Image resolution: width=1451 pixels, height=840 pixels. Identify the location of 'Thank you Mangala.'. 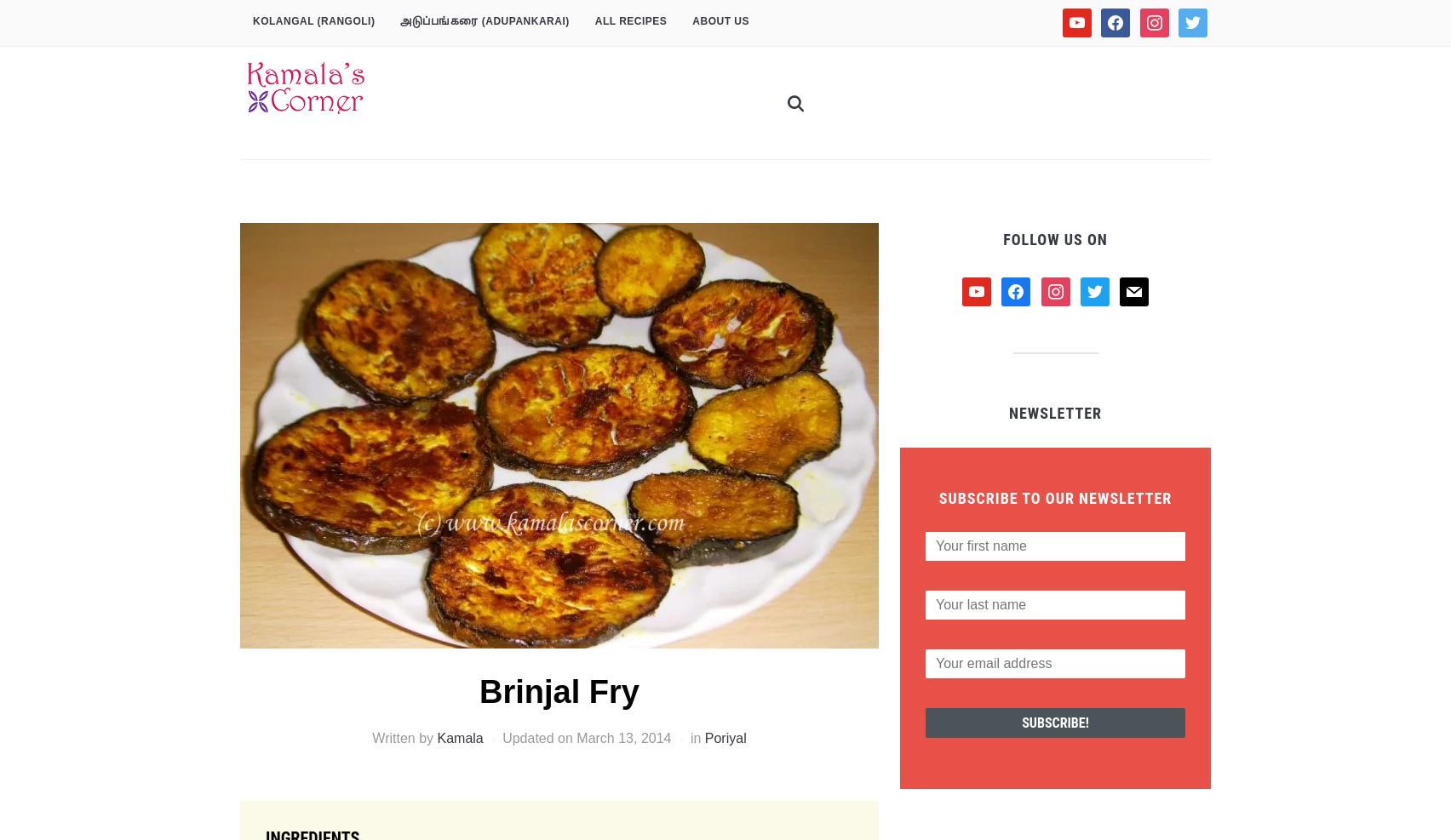
(443, 767).